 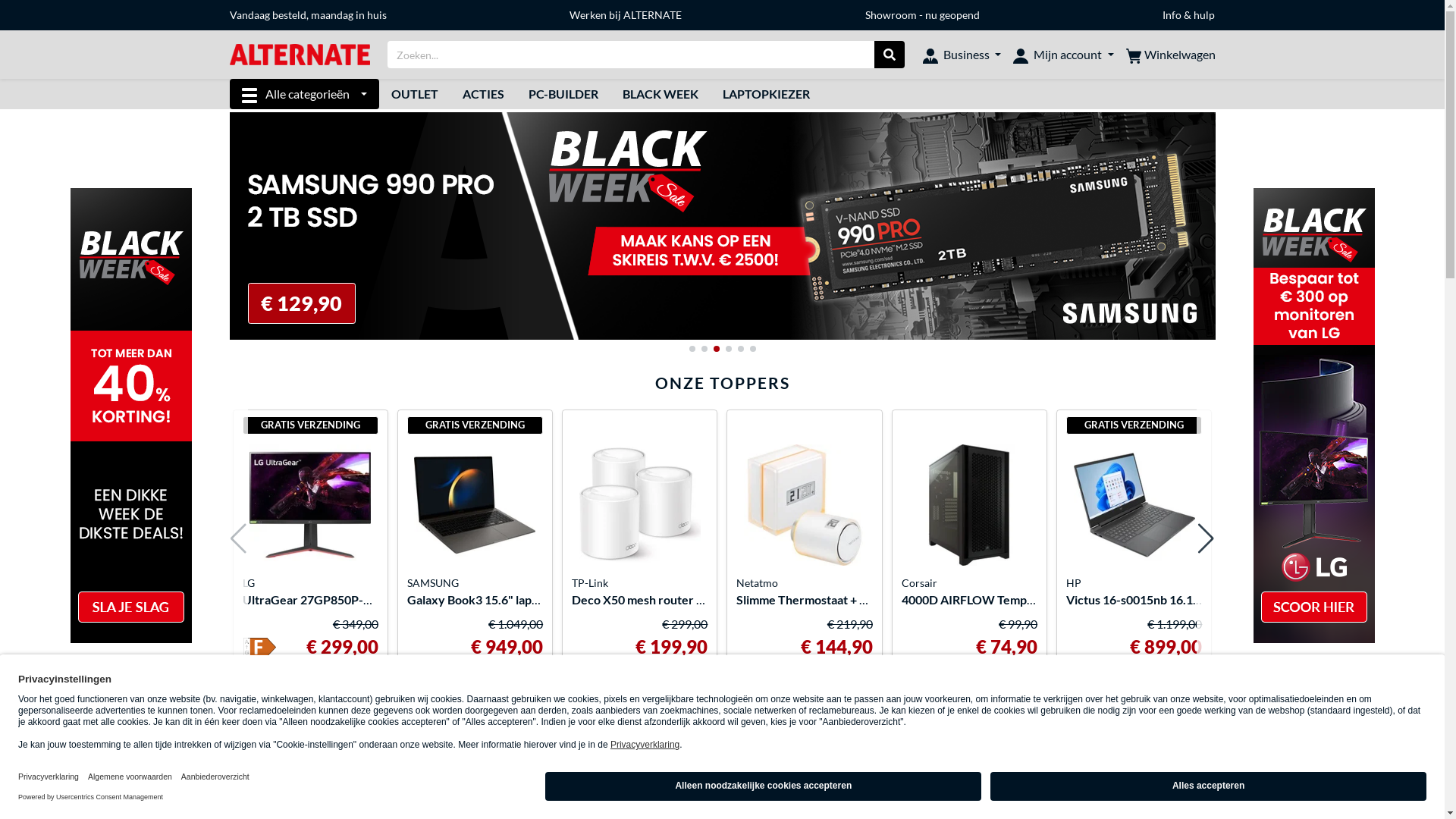 I want to click on 'Vandaag besteld, maandag in huis', so click(x=306, y=14).